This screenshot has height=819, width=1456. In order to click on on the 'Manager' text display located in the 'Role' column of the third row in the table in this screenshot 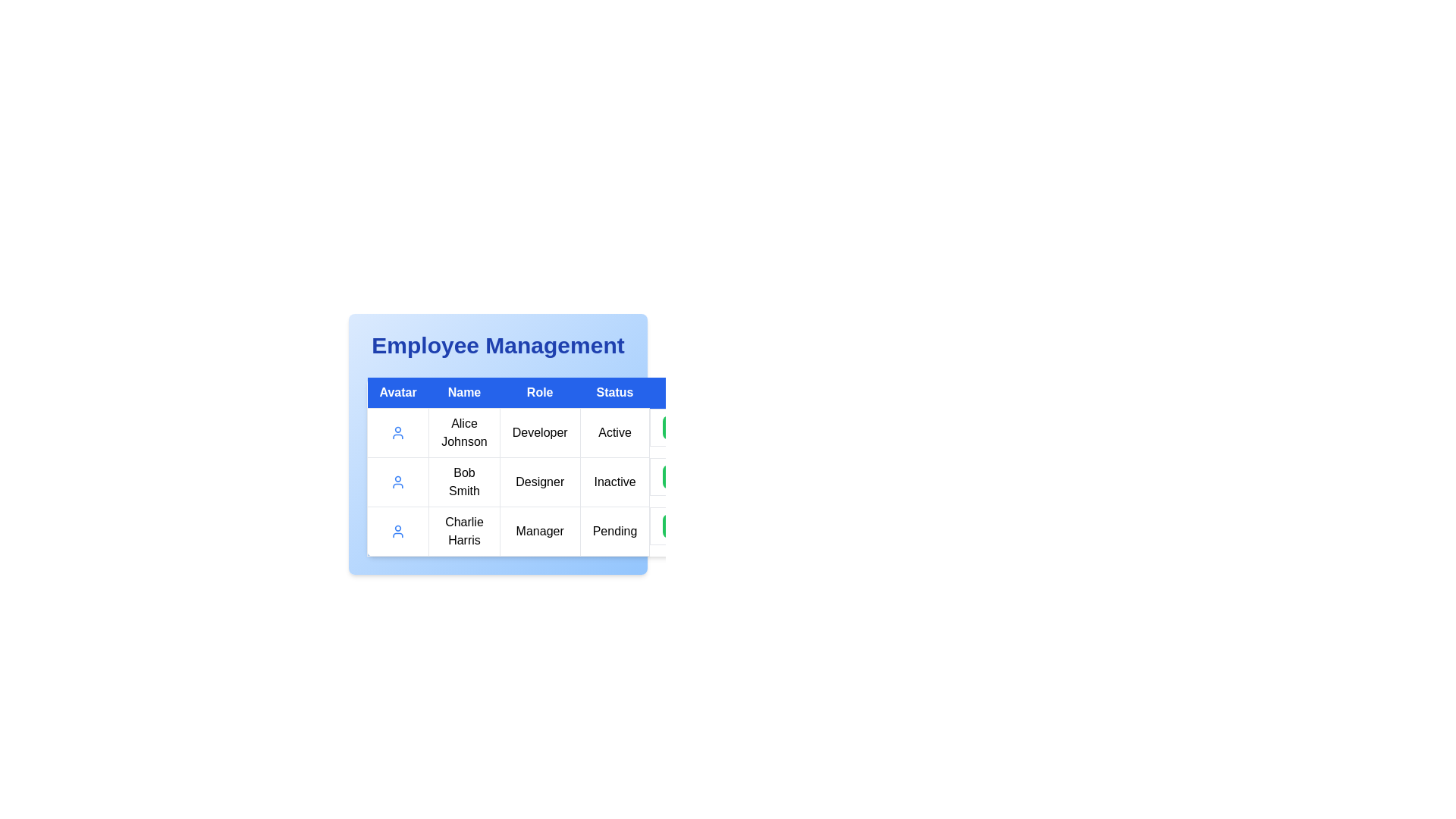, I will do `click(540, 531)`.